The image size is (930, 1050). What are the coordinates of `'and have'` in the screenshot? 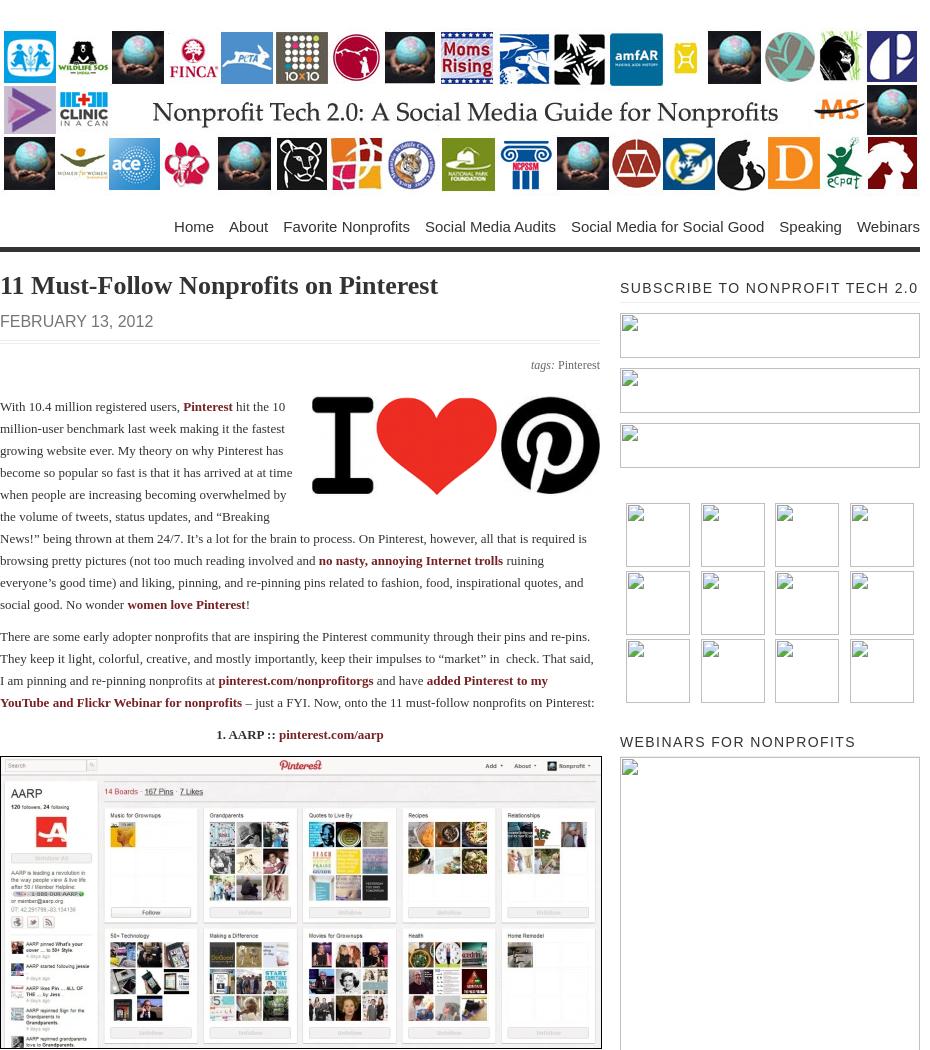 It's located at (399, 679).